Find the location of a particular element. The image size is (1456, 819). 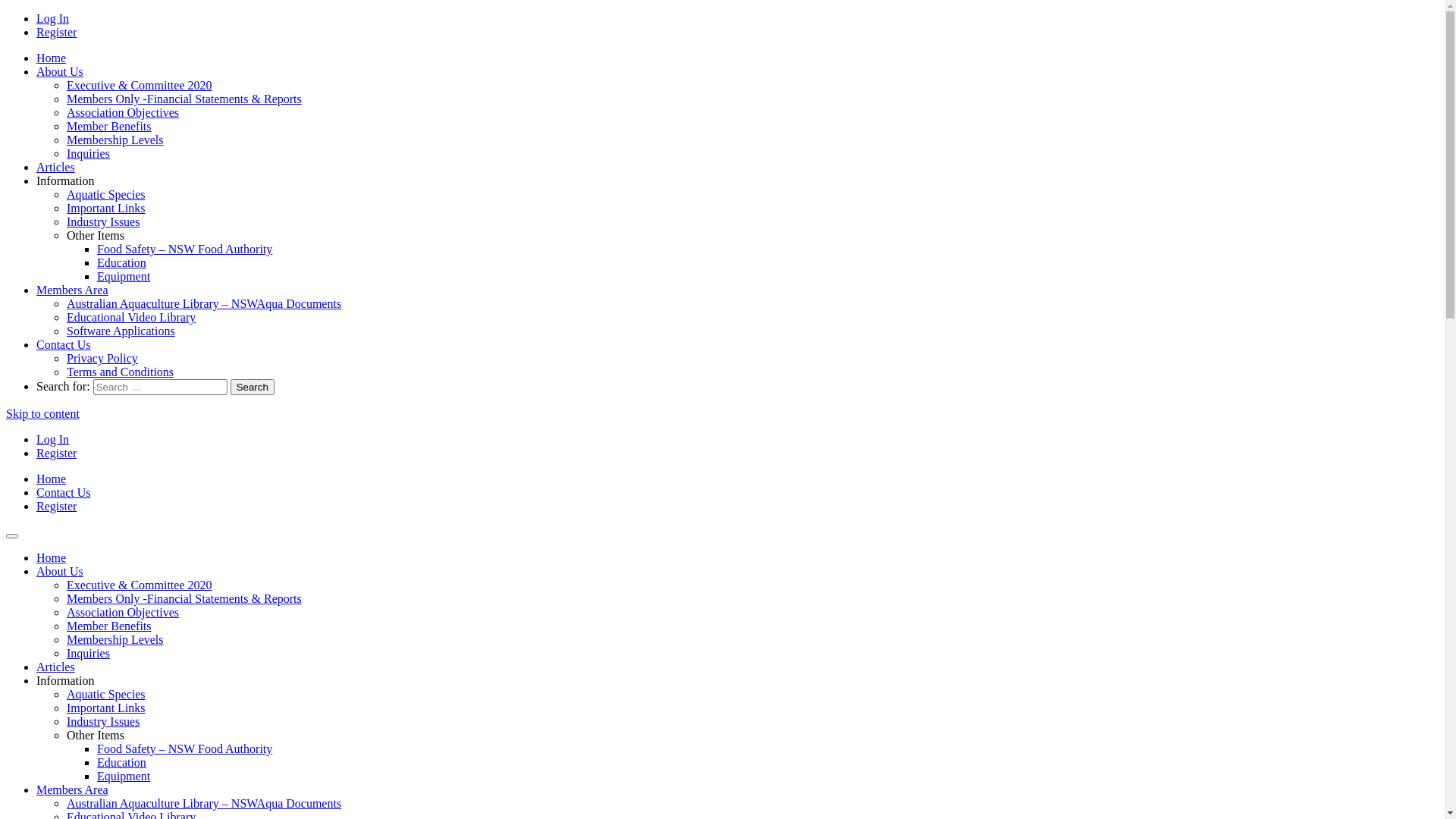

'Privacy Policy' is located at coordinates (65, 358).